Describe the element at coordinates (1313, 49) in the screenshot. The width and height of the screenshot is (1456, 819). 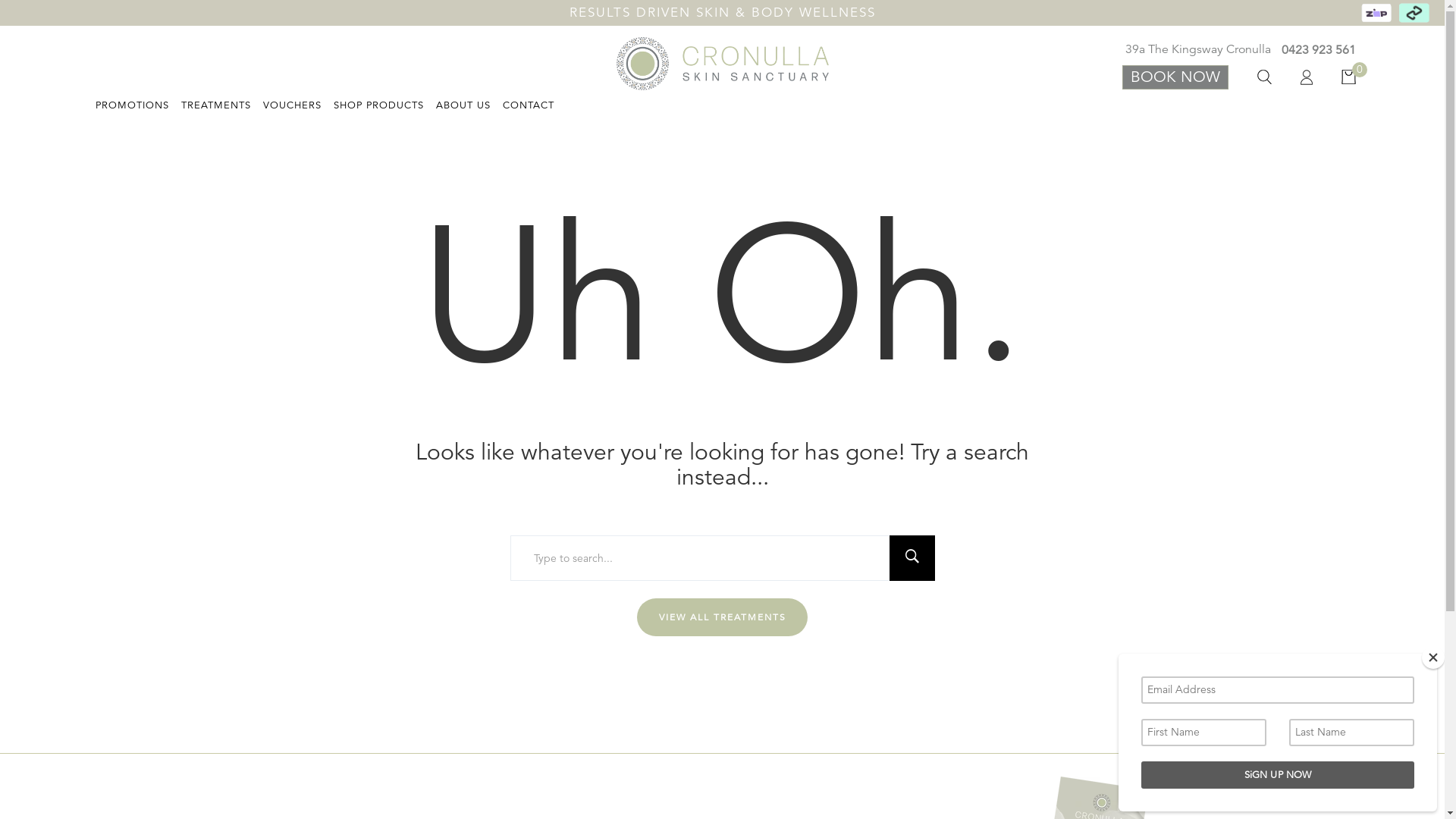
I see `'0423 923 561'` at that location.